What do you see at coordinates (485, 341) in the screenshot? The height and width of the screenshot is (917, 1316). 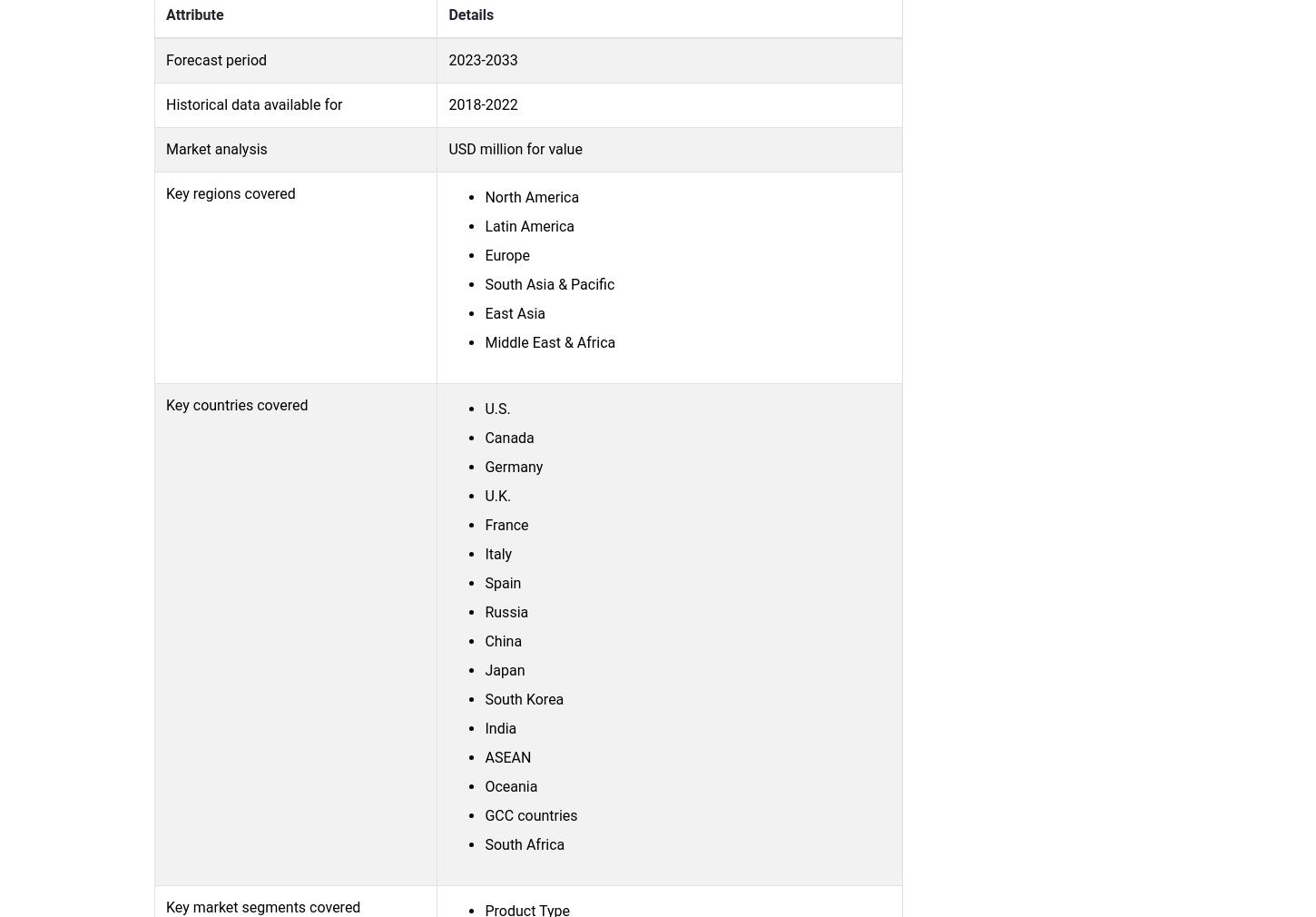 I see `'Middle East & Africa'` at bounding box center [485, 341].